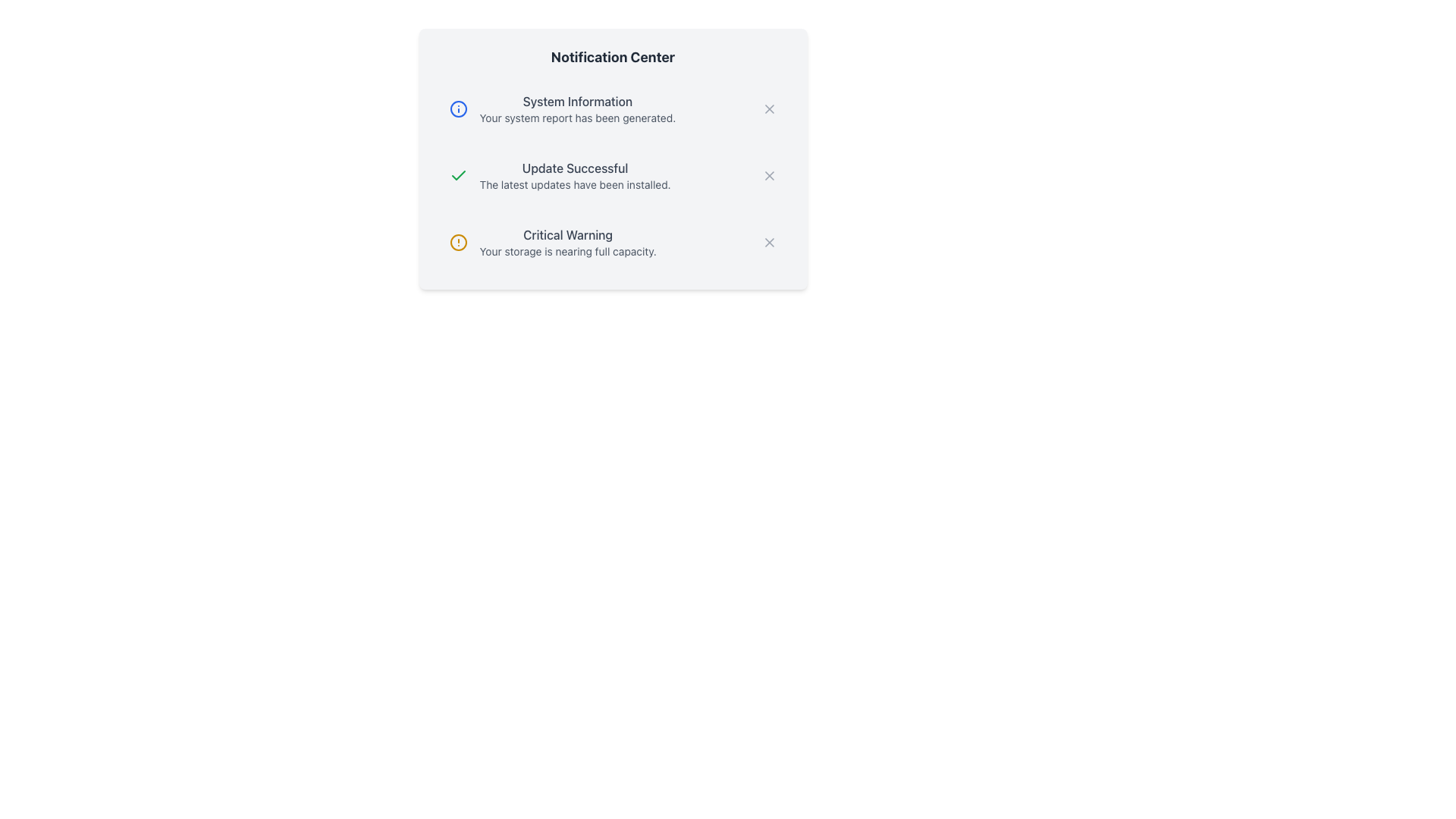 This screenshot has width=1456, height=819. I want to click on the Text Label that indicates the update process has been completed successfully, located directly below the 'Update Successful' text element, so click(574, 184).